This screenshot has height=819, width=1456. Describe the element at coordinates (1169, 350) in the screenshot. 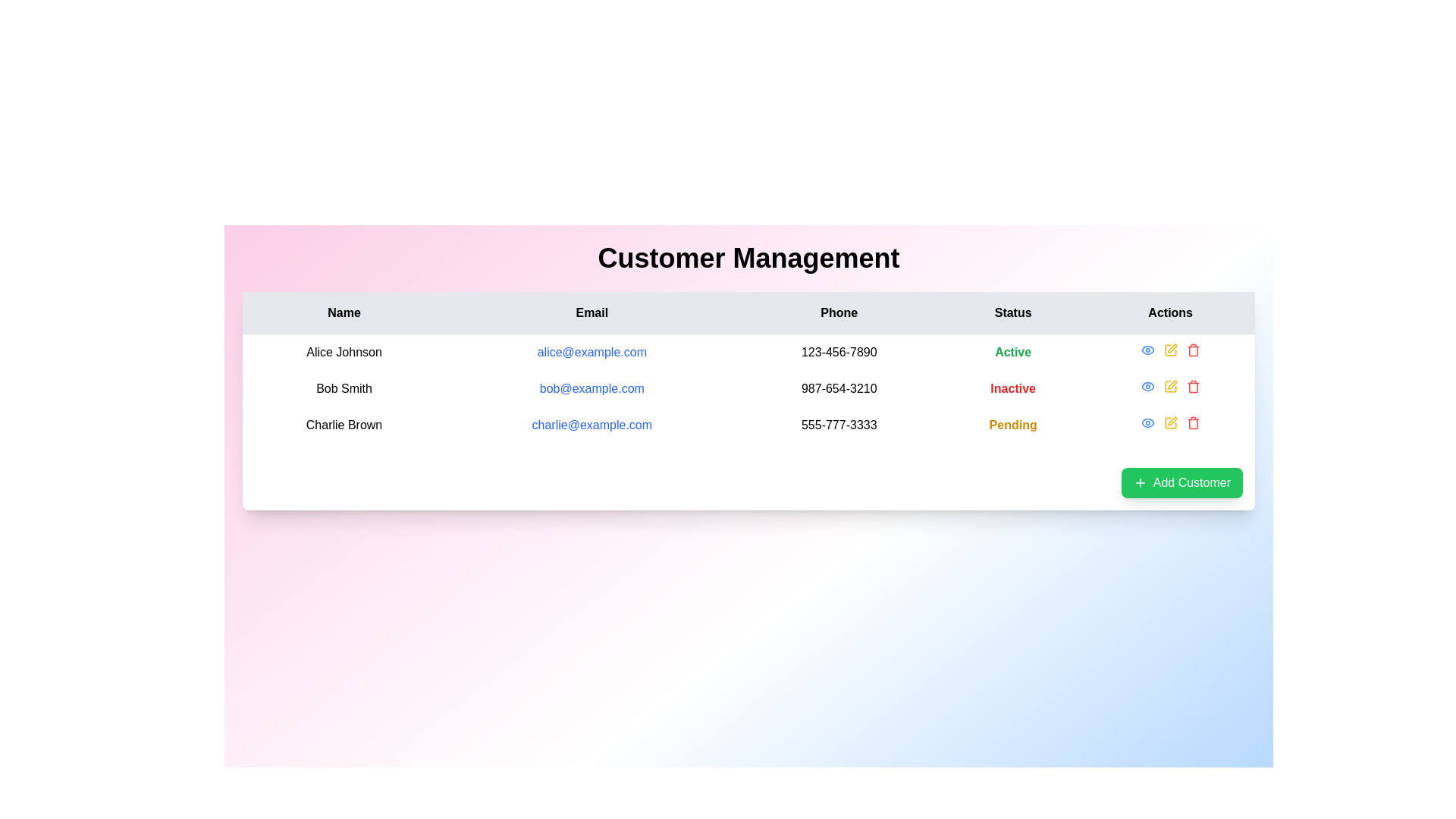

I see `the edit icon represented by a yellow pen on a square background in the 'Actions' column of the table, specifically the second icon for the user 'Bob Smith', to initiate editing` at that location.